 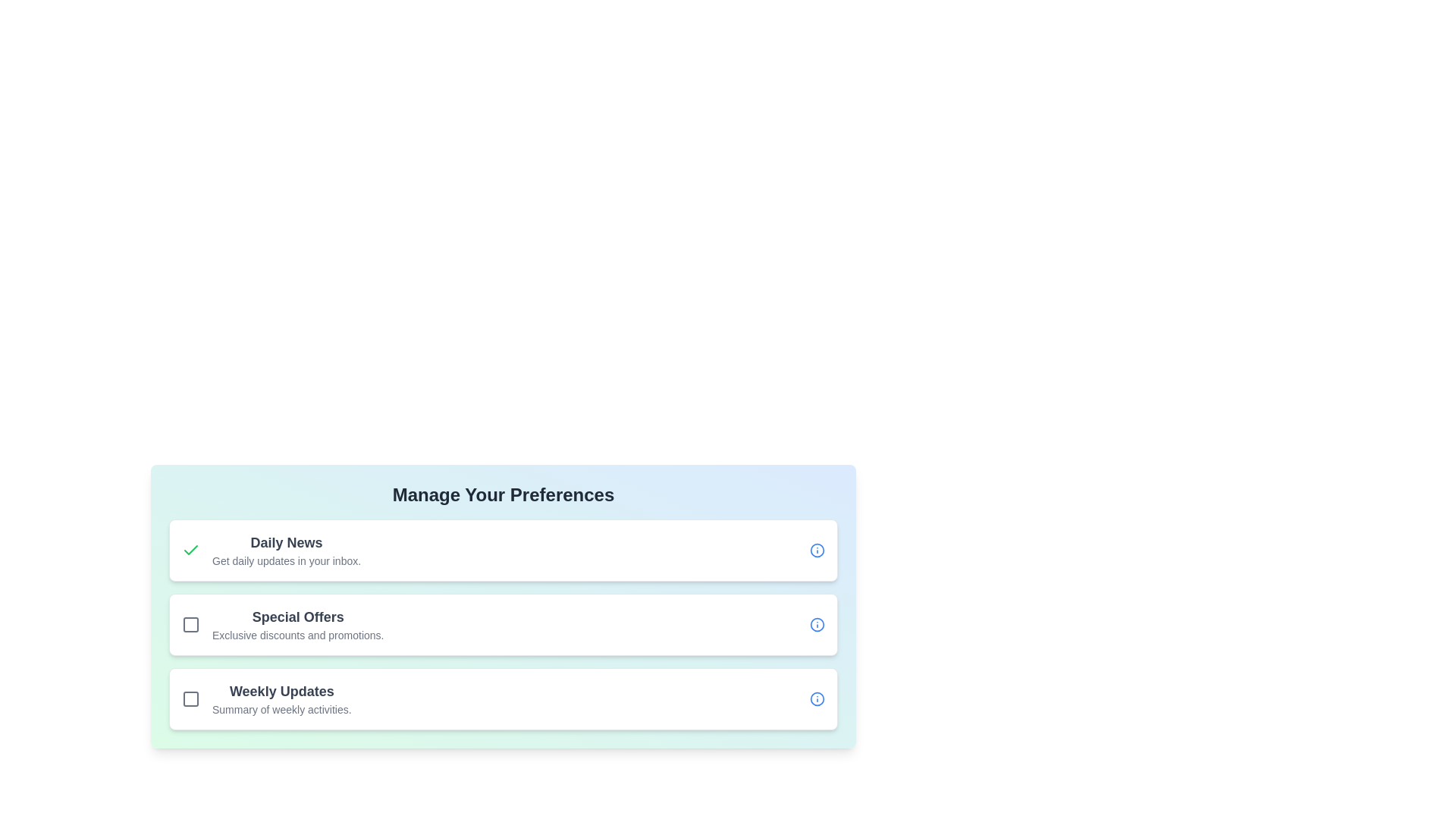 What do you see at coordinates (190, 625) in the screenshot?
I see `the checkbox indicator` at bounding box center [190, 625].